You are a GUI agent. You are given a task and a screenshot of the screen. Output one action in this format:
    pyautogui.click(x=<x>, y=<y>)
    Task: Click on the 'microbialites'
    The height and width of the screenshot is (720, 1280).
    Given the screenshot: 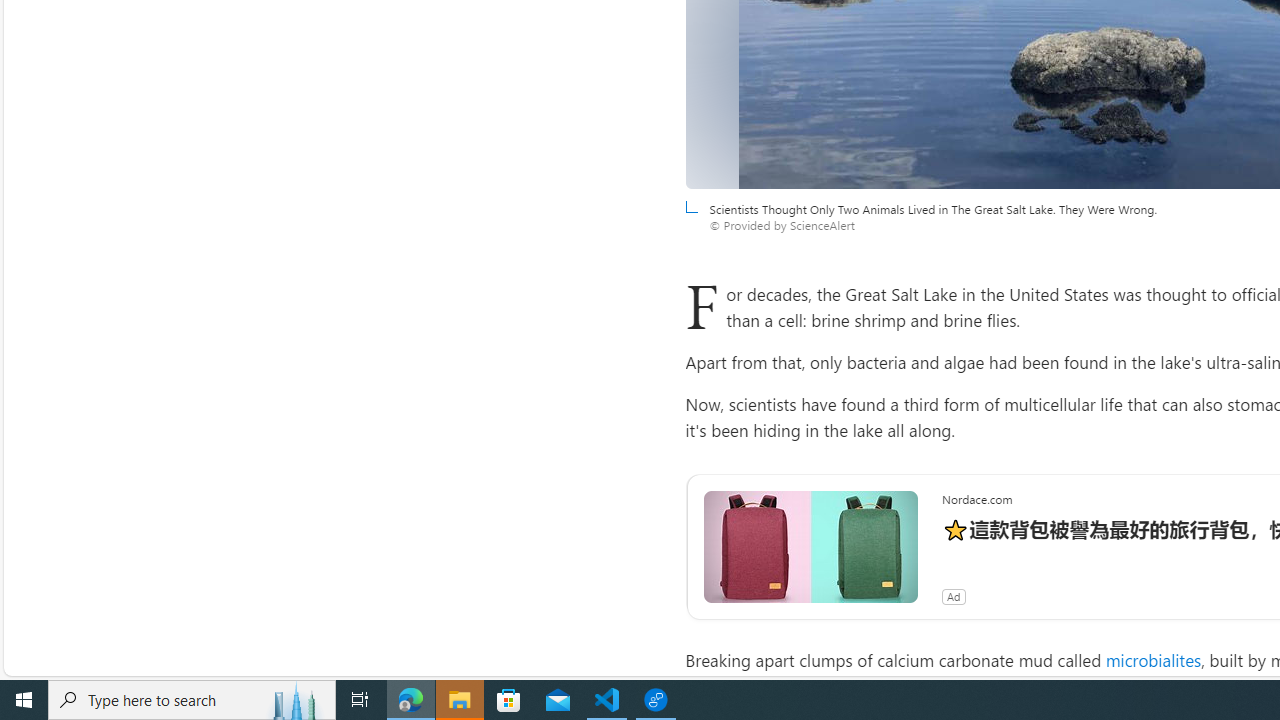 What is the action you would take?
    pyautogui.click(x=1153, y=659)
    